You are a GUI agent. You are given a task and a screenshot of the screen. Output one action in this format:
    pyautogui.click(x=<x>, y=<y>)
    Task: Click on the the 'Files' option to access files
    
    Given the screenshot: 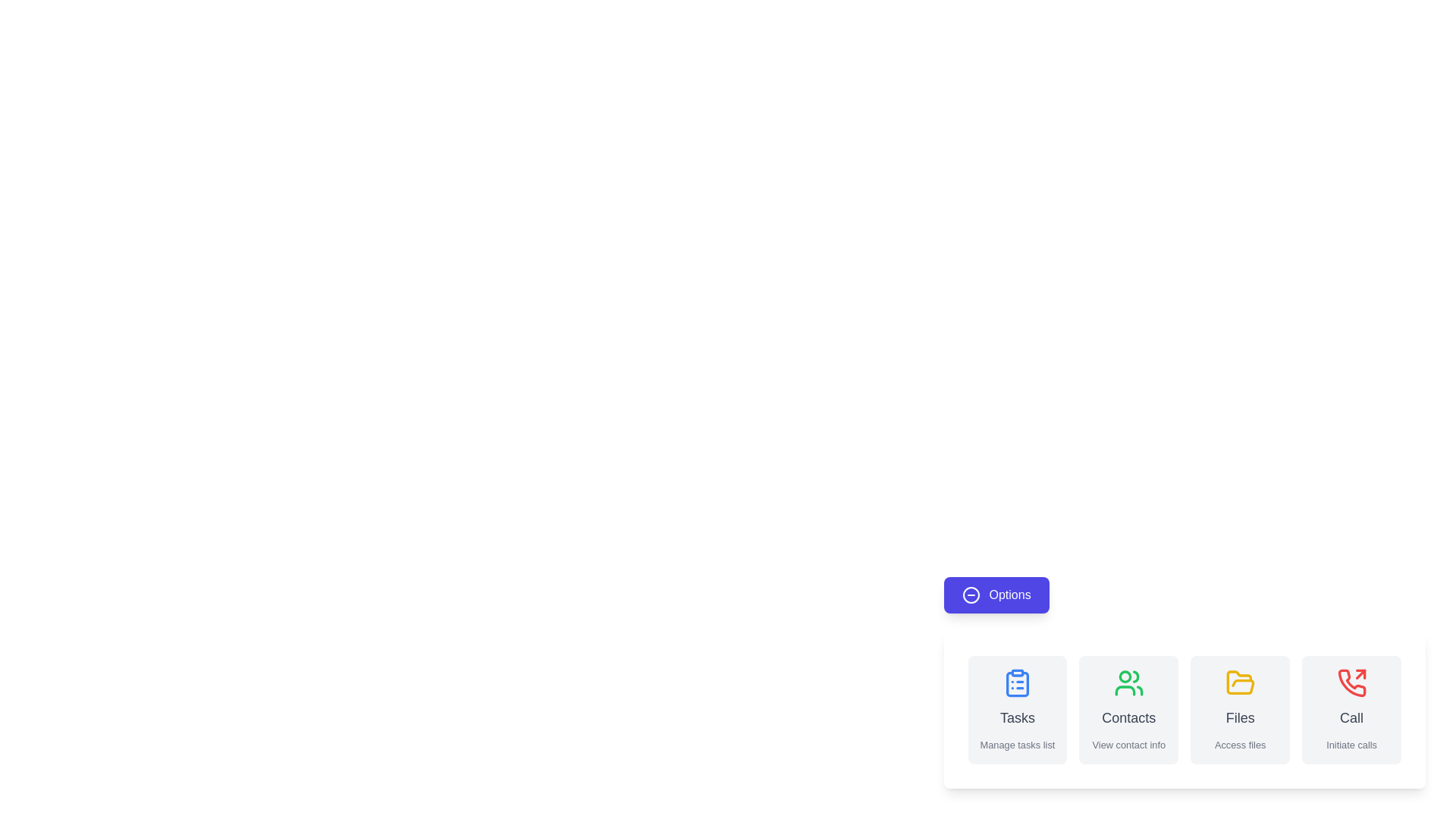 What is the action you would take?
    pyautogui.click(x=1240, y=710)
    